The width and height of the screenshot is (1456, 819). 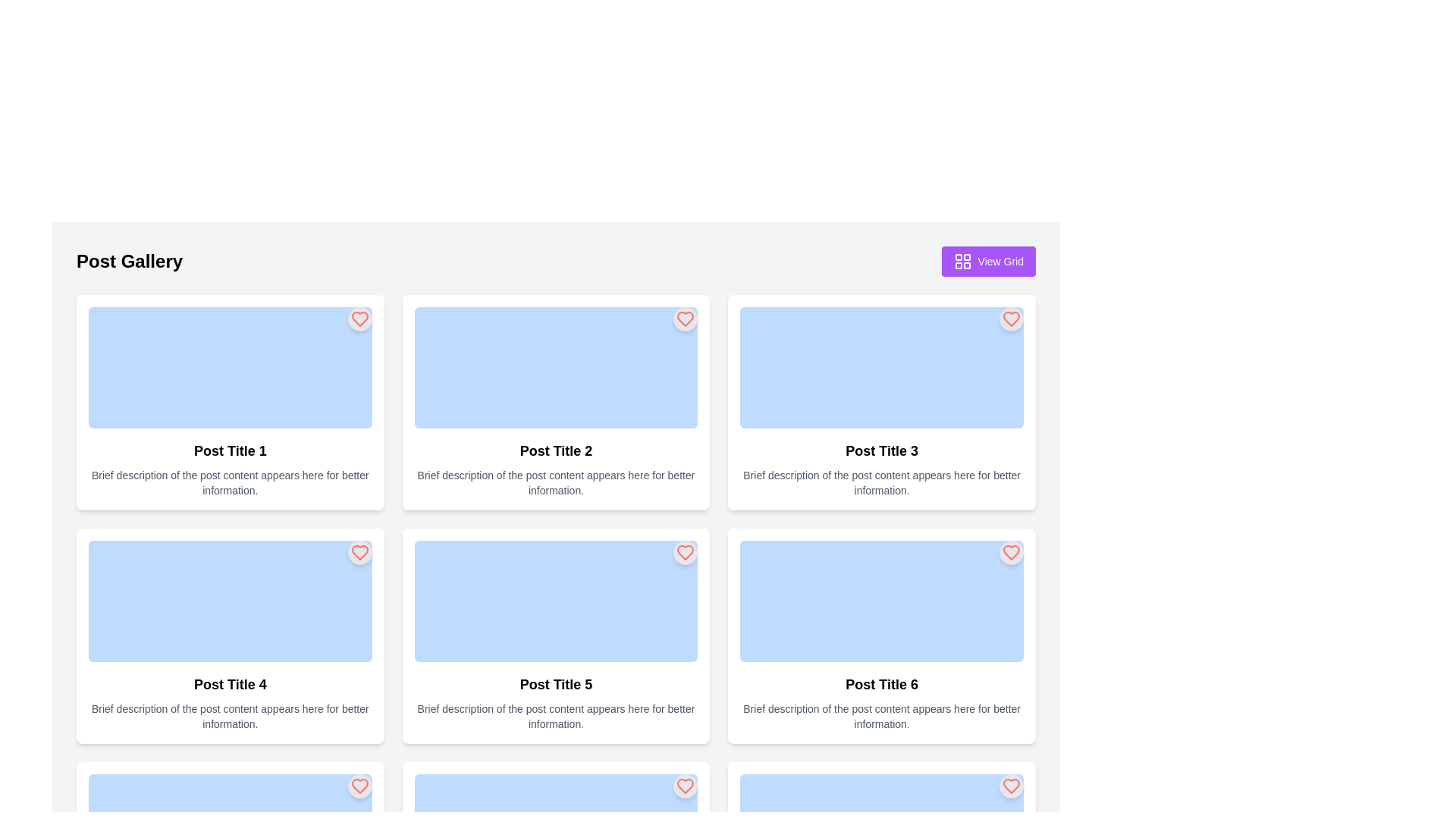 What do you see at coordinates (359, 318) in the screenshot?
I see `the heart-shaped icon located in the top-right corner of the panel for 'Post Title 1'` at bounding box center [359, 318].